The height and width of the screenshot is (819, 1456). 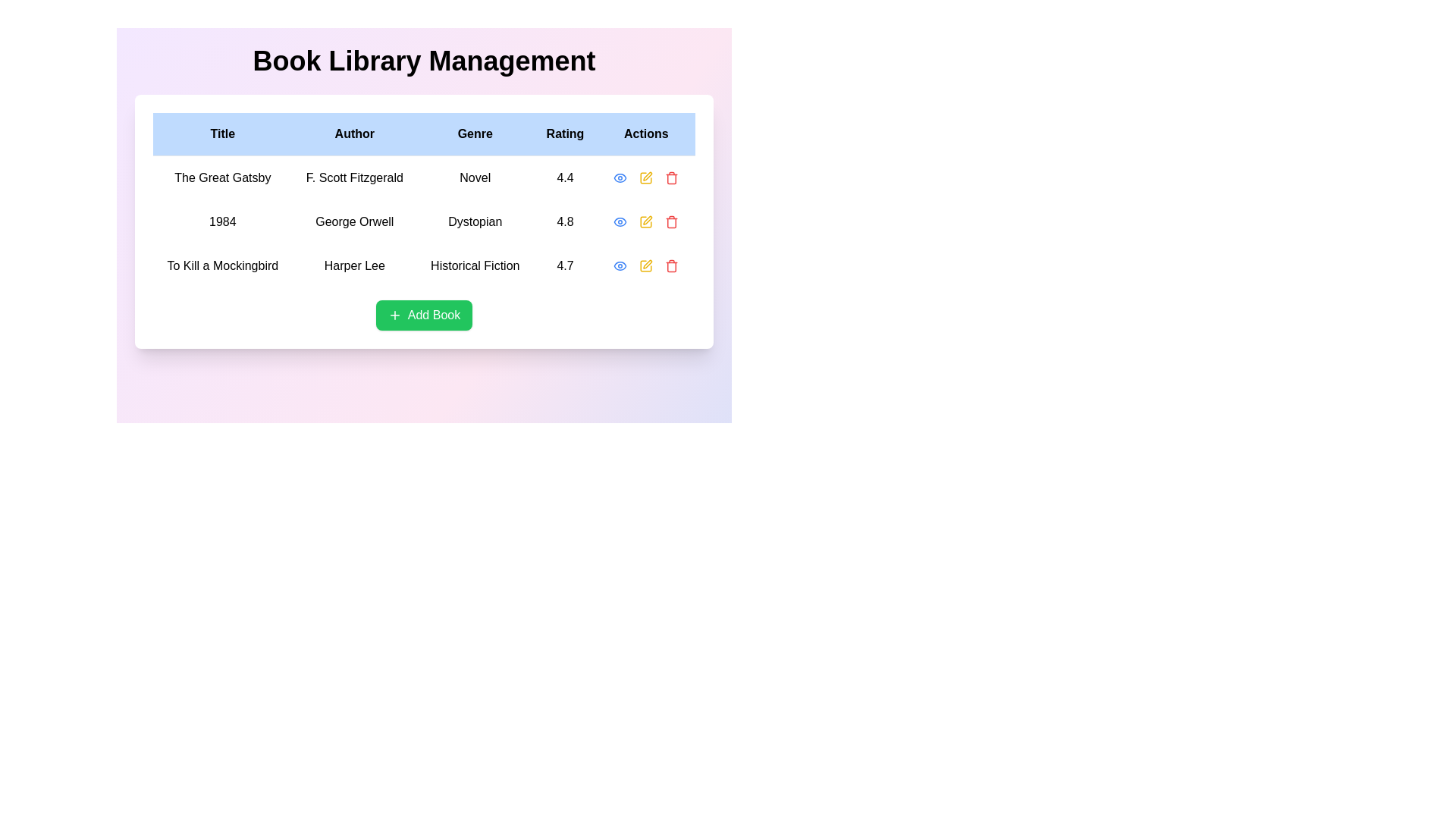 I want to click on the delete button icon for the book 'The Great Gatsby' located, so click(x=671, y=177).